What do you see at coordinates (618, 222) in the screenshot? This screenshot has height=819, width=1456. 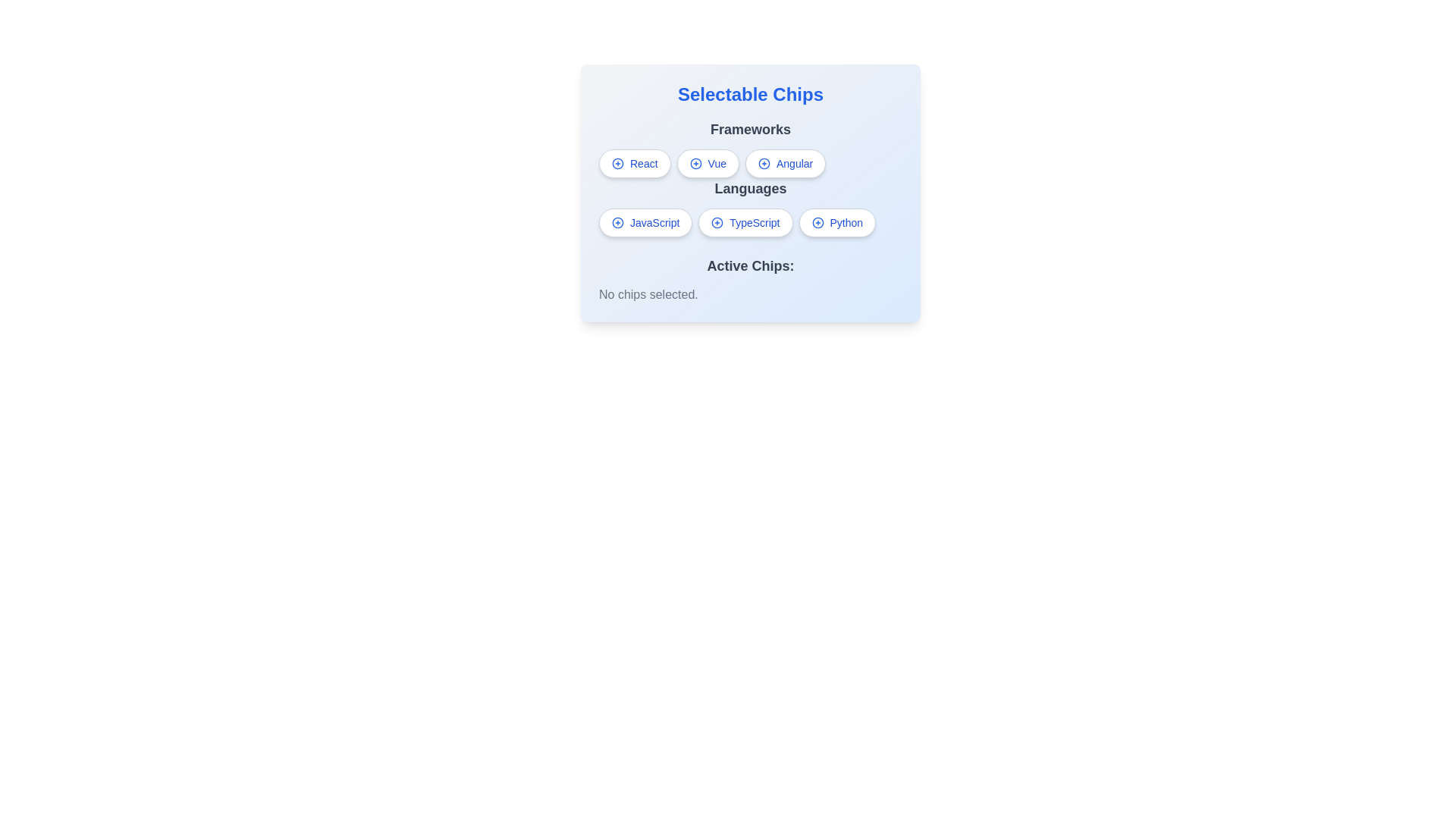 I see `the interactive icon associated with the 'JavaScript' chip located on the left side of the text 'JavaScript' in the 'Languages' section under the 'Selectable Chips' UI panel` at bounding box center [618, 222].